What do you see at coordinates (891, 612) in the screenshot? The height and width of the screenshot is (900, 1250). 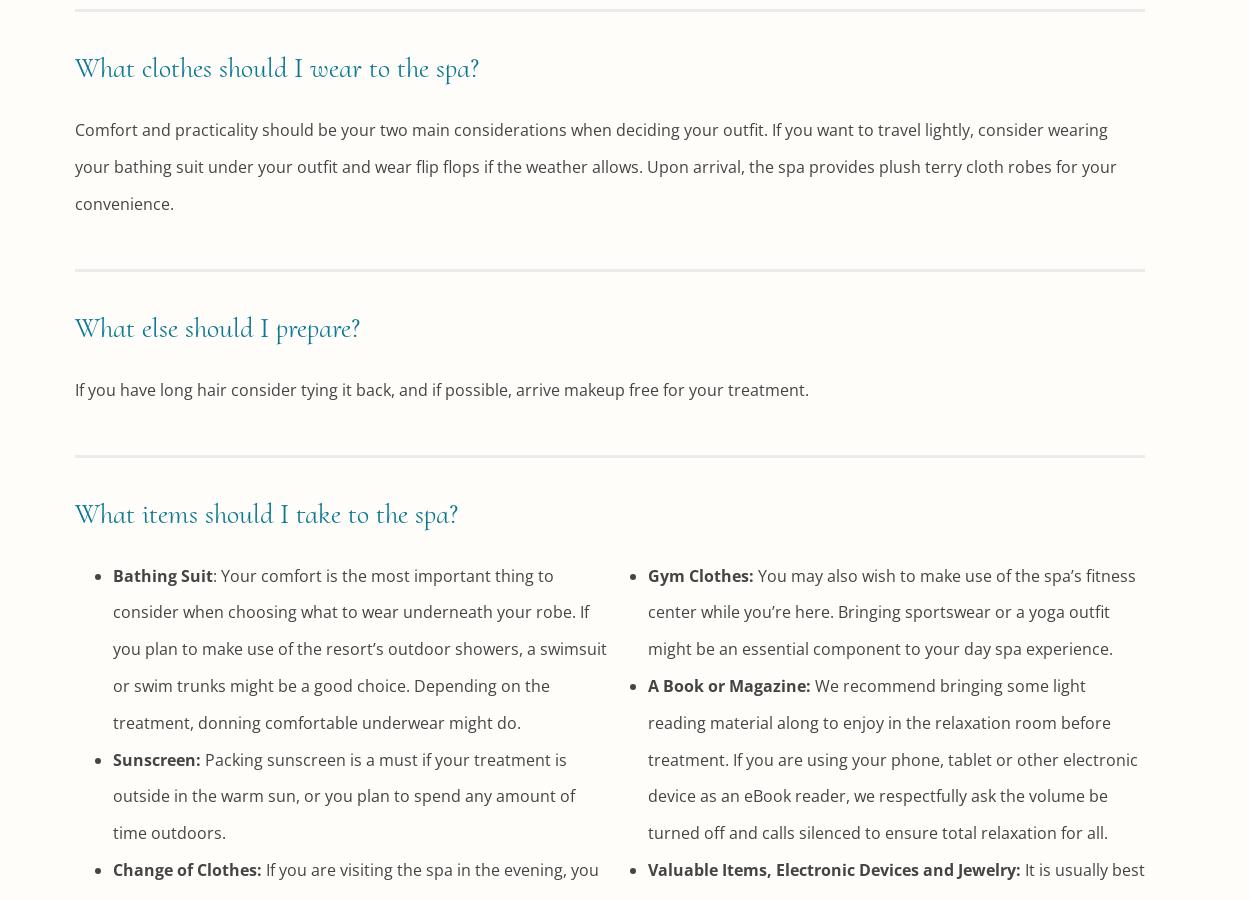 I see `'You may also wish to make use of the spa’s fitness center while you’re here. Bringing sportswear or a yoga outfit might be an essential component to your day spa experience.'` at bounding box center [891, 612].